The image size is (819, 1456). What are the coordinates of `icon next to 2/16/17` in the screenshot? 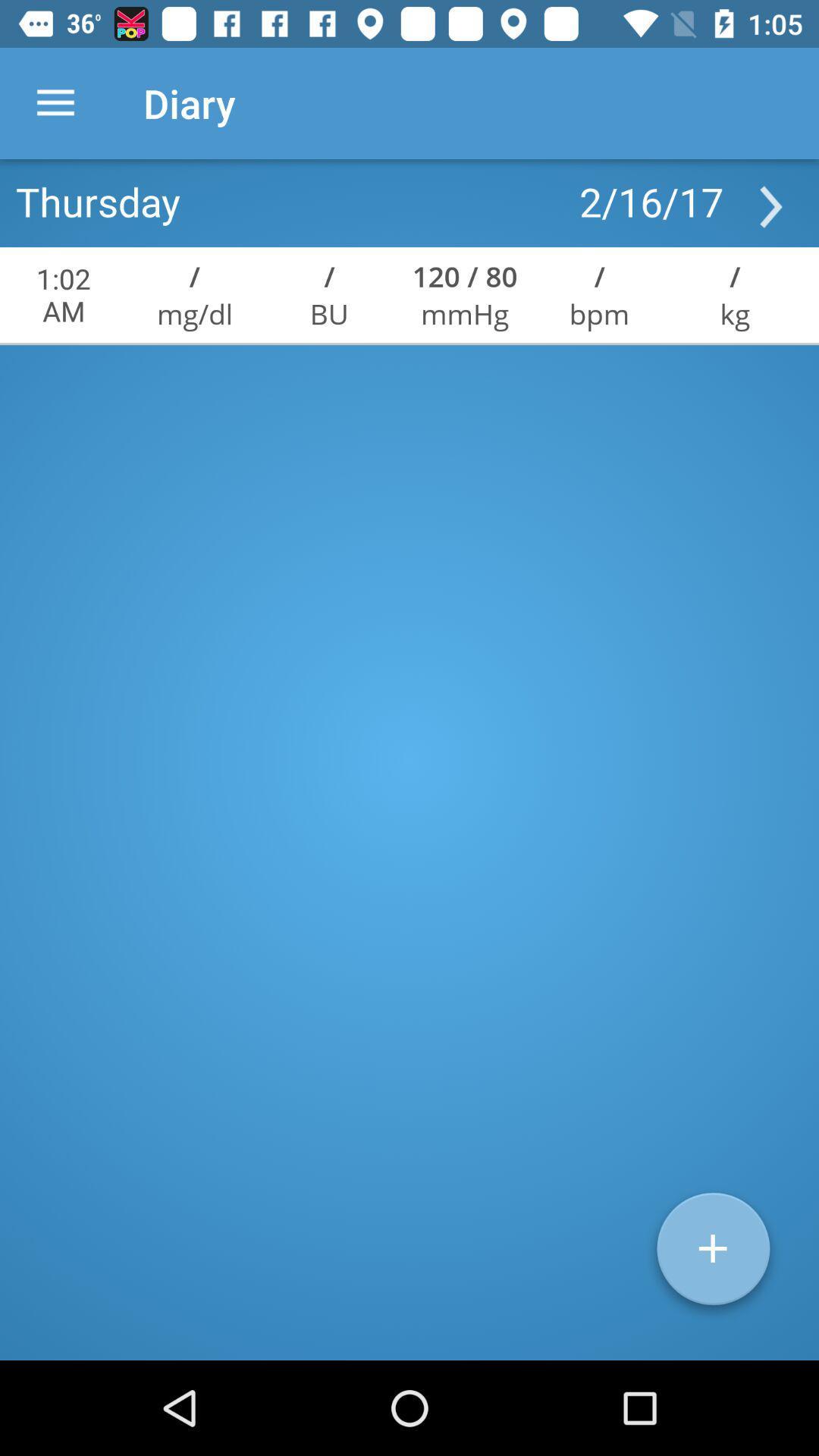 It's located at (98, 200).